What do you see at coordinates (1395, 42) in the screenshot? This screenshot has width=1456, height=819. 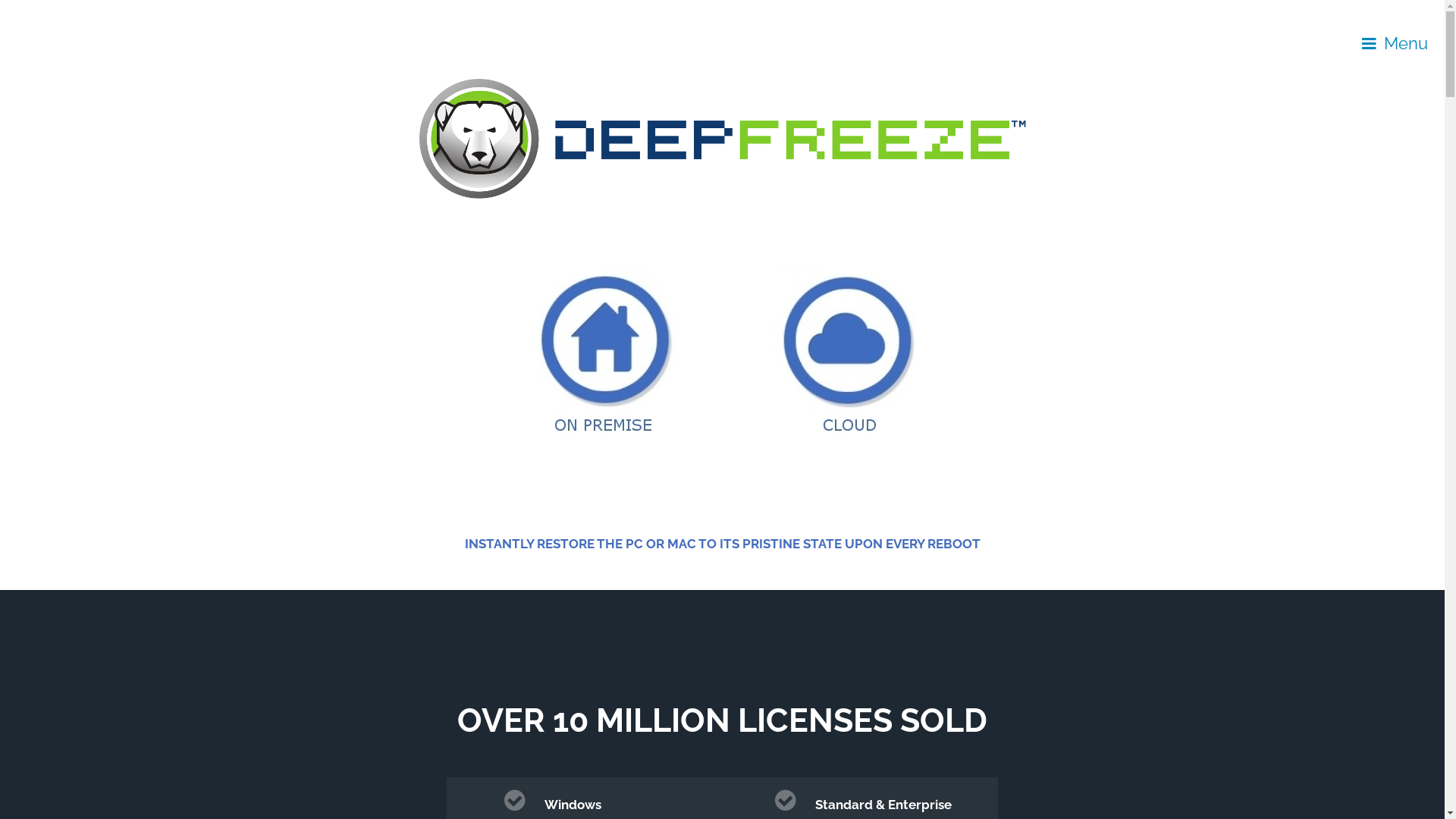 I see `'Menu'` at bounding box center [1395, 42].